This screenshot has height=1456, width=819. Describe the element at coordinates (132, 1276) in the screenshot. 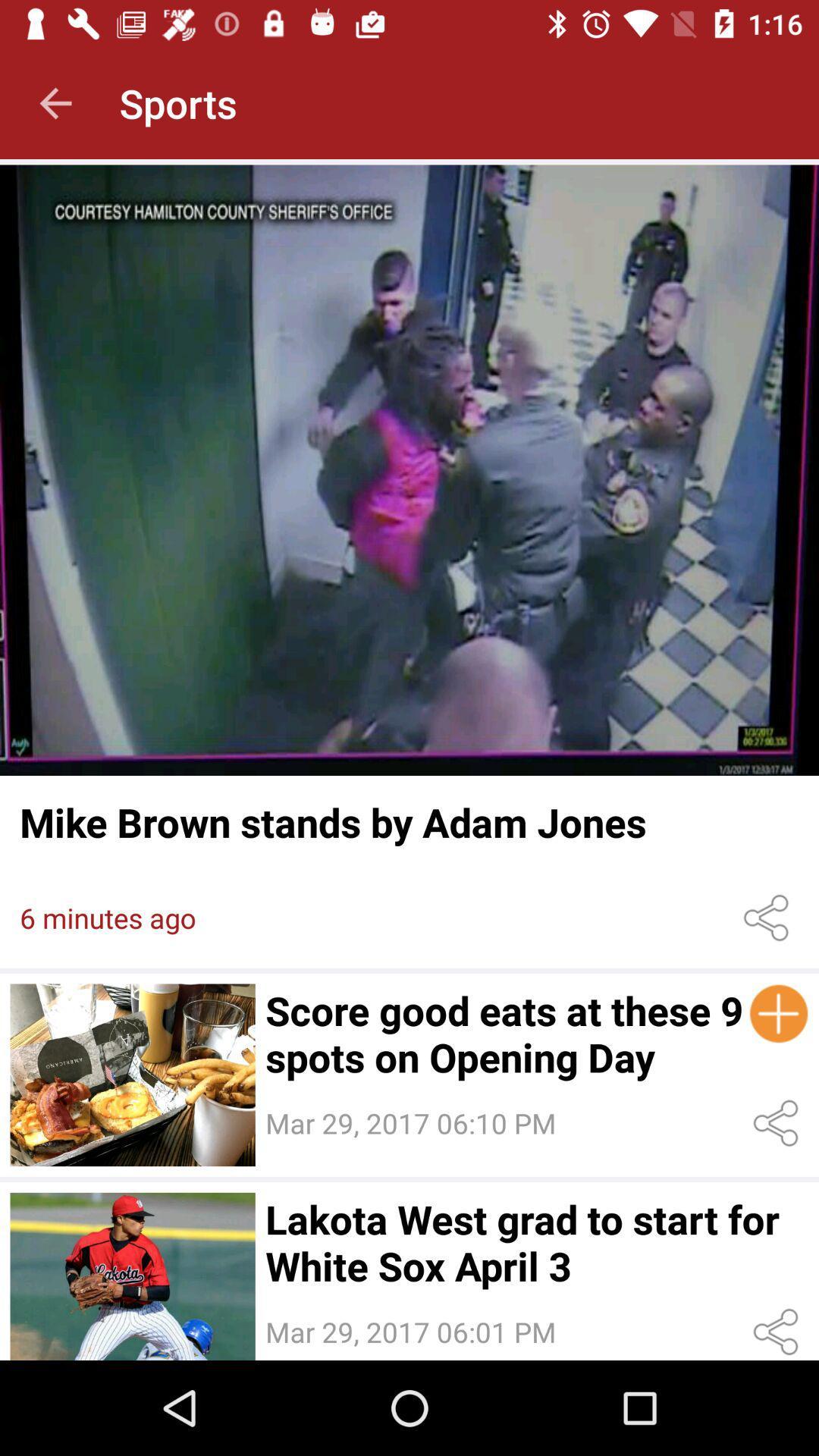

I see `selected video` at that location.